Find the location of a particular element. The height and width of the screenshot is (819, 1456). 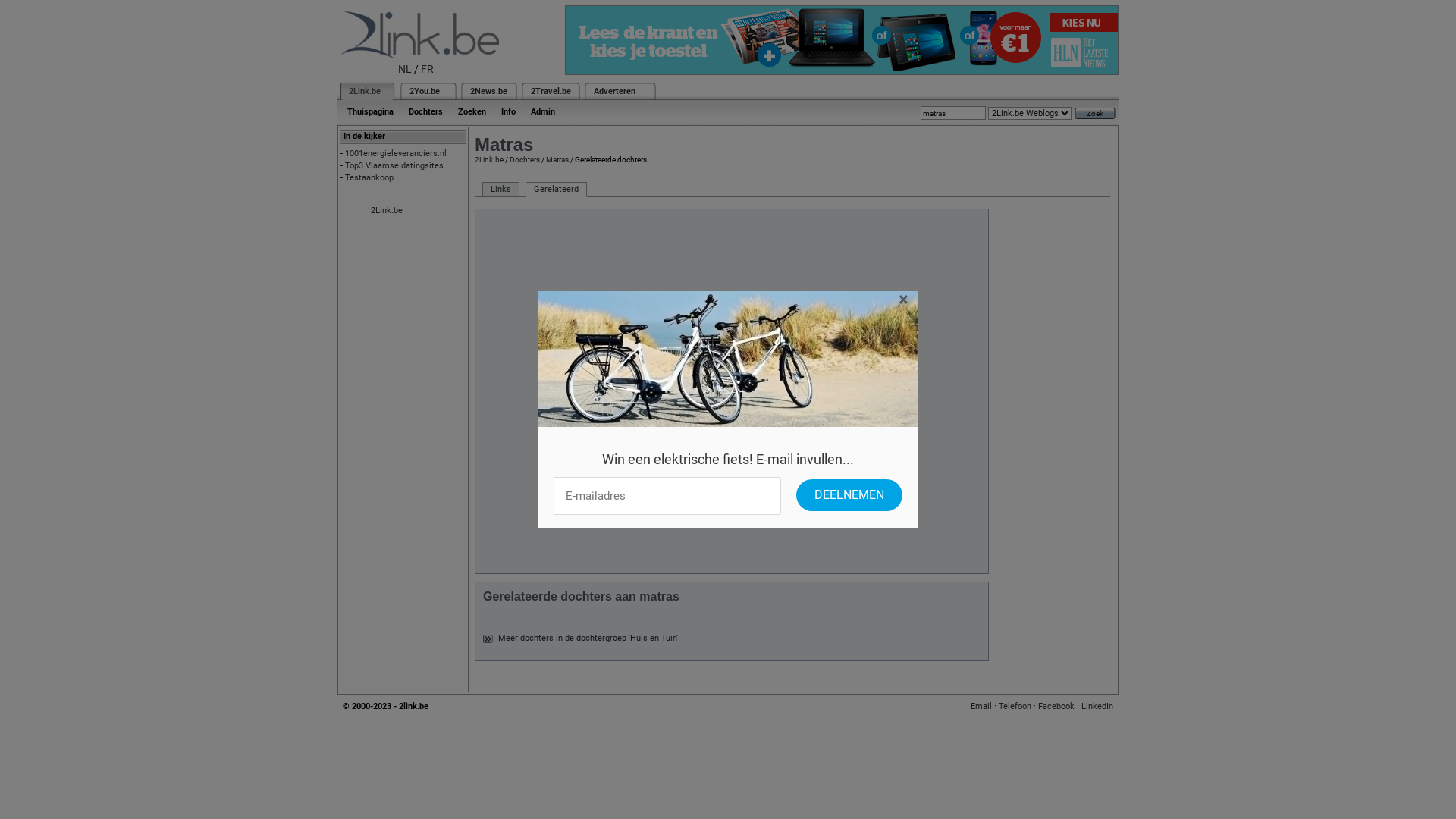

'Zoeken' is located at coordinates (471, 111).